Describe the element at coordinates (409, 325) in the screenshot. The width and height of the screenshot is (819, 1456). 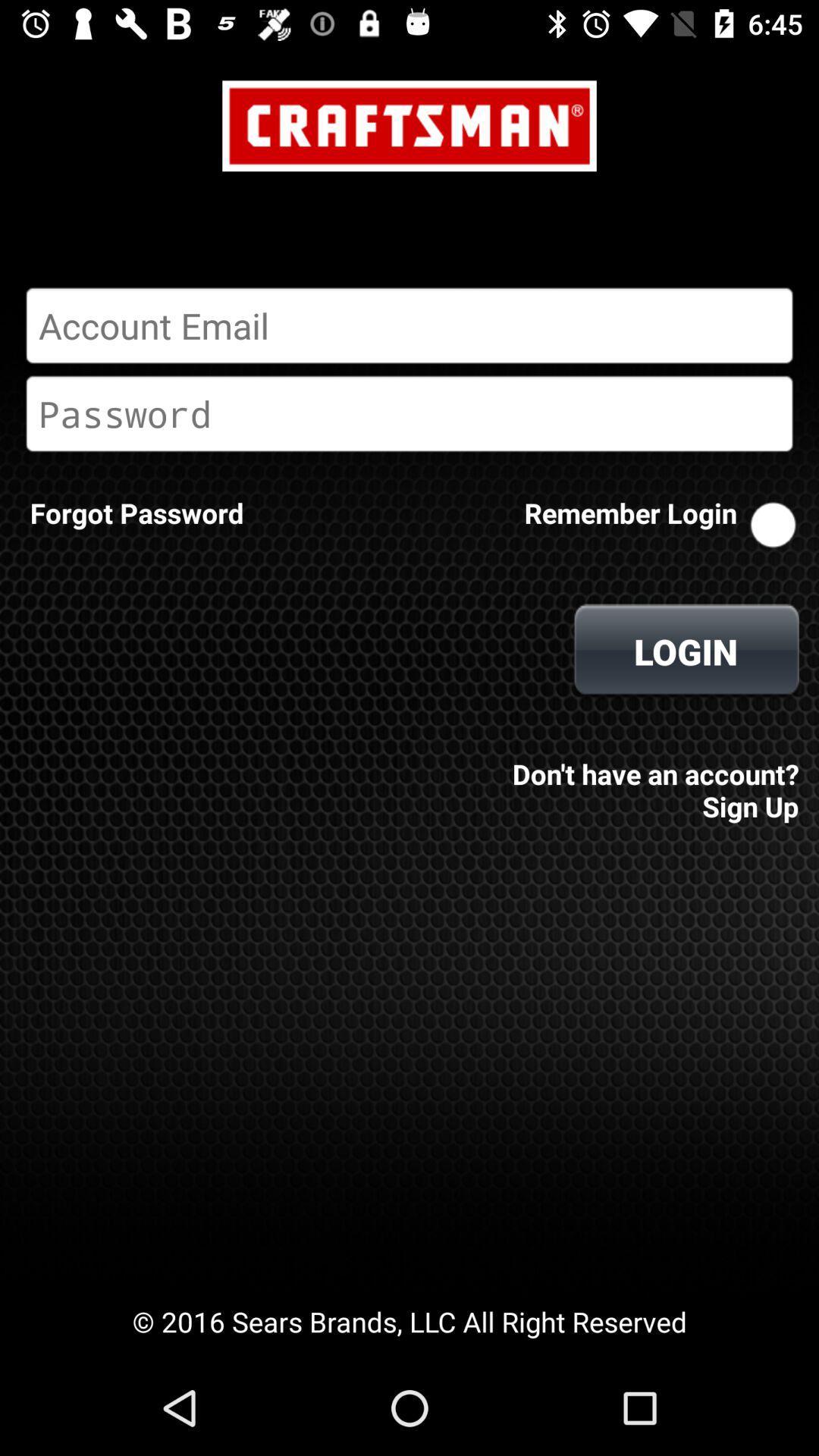
I see `login email` at that location.